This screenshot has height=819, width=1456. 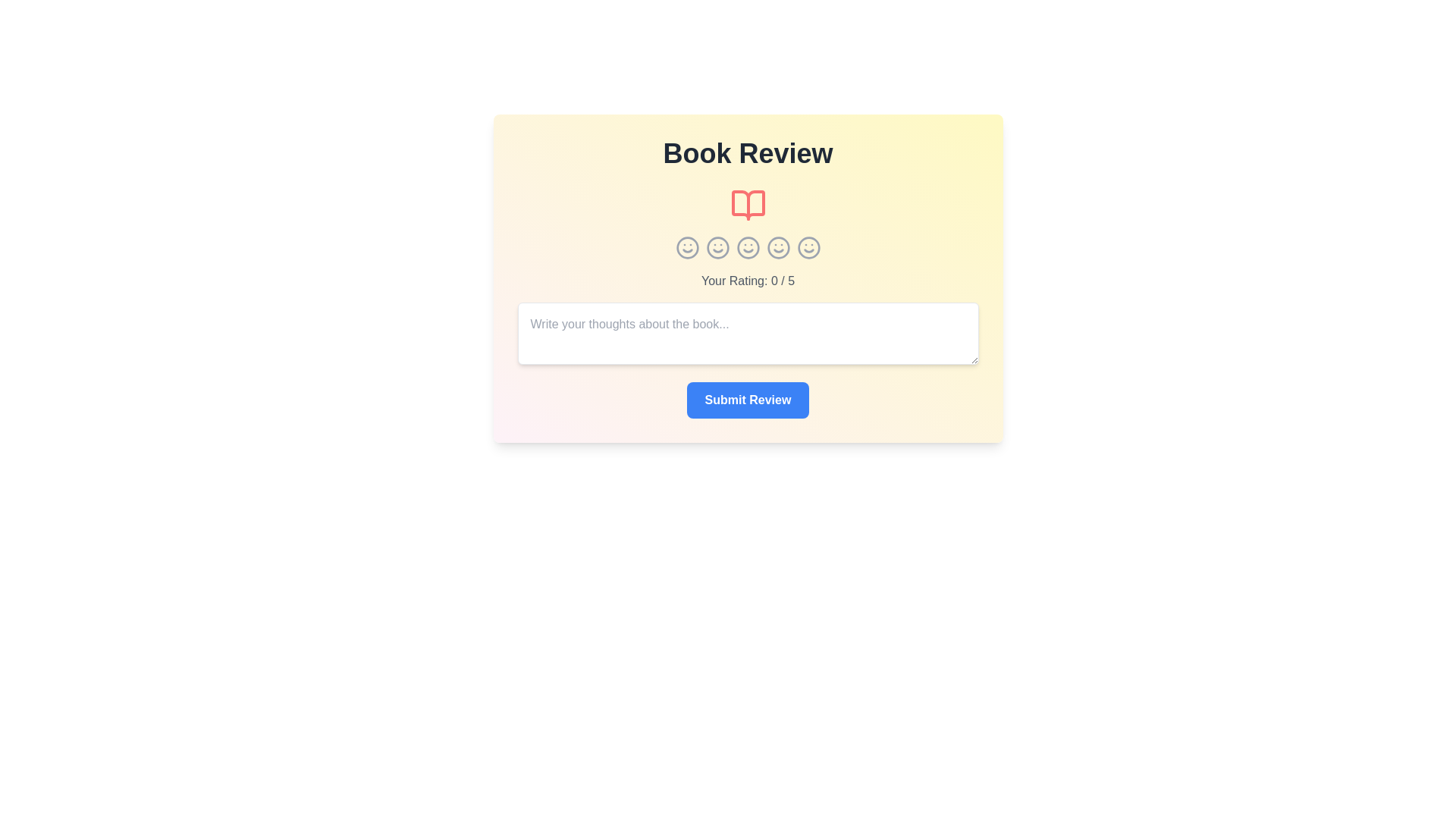 I want to click on the text area and type the comment, so click(x=748, y=332).